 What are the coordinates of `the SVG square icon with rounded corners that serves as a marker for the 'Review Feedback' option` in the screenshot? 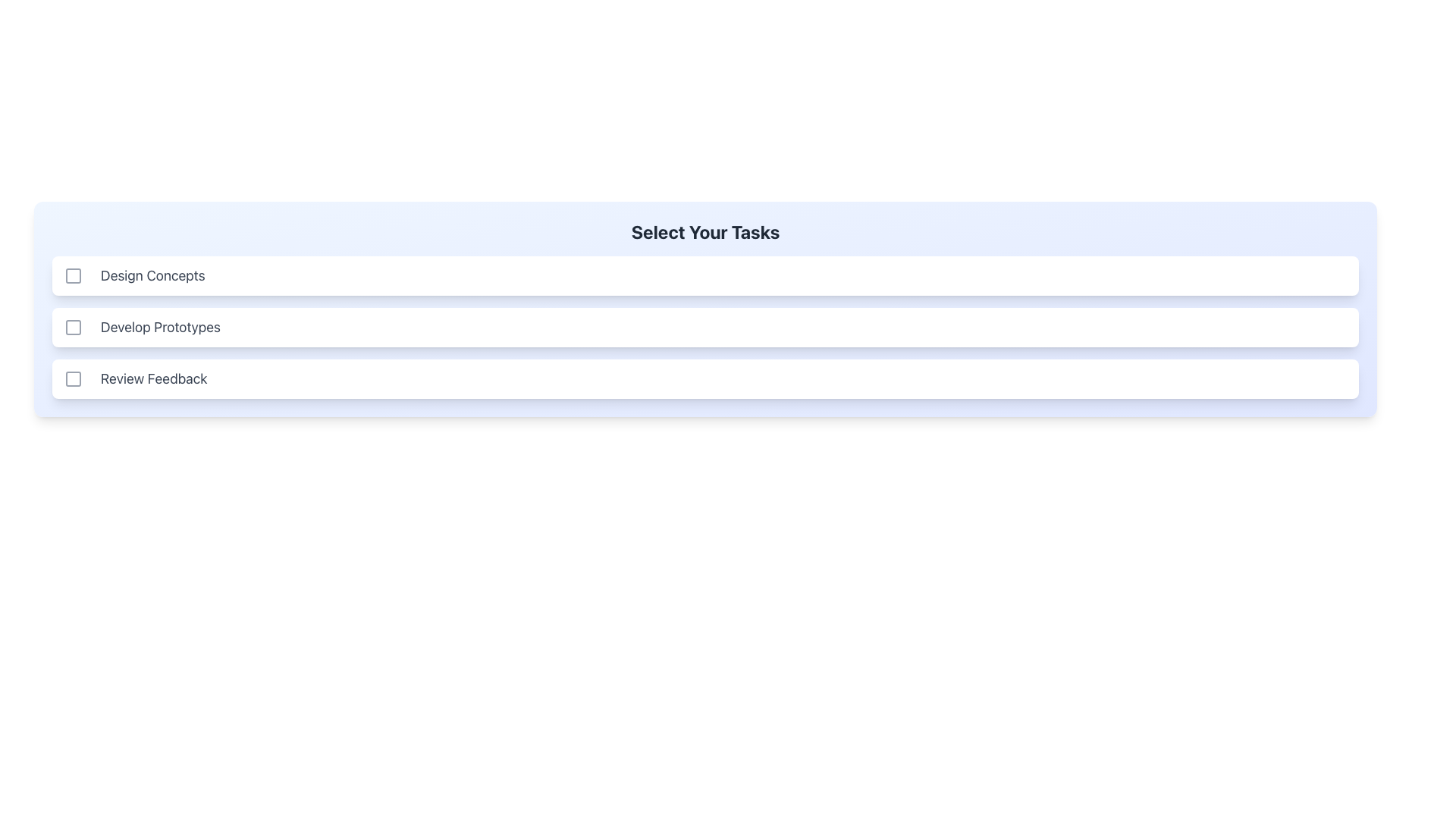 It's located at (72, 378).